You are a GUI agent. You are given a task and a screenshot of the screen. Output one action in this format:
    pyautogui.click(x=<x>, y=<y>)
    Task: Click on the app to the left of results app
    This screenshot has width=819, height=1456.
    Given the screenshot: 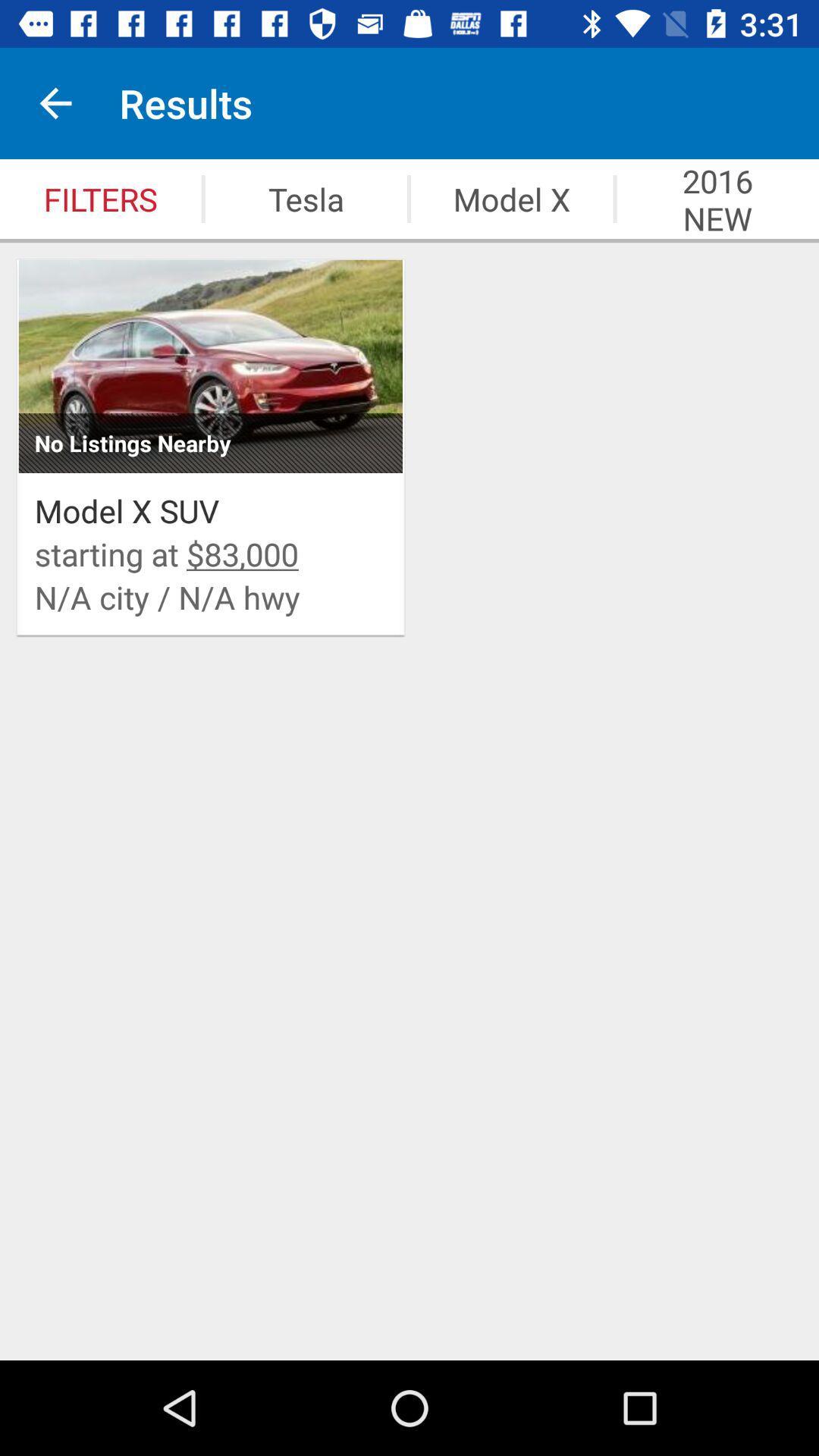 What is the action you would take?
    pyautogui.click(x=55, y=102)
    